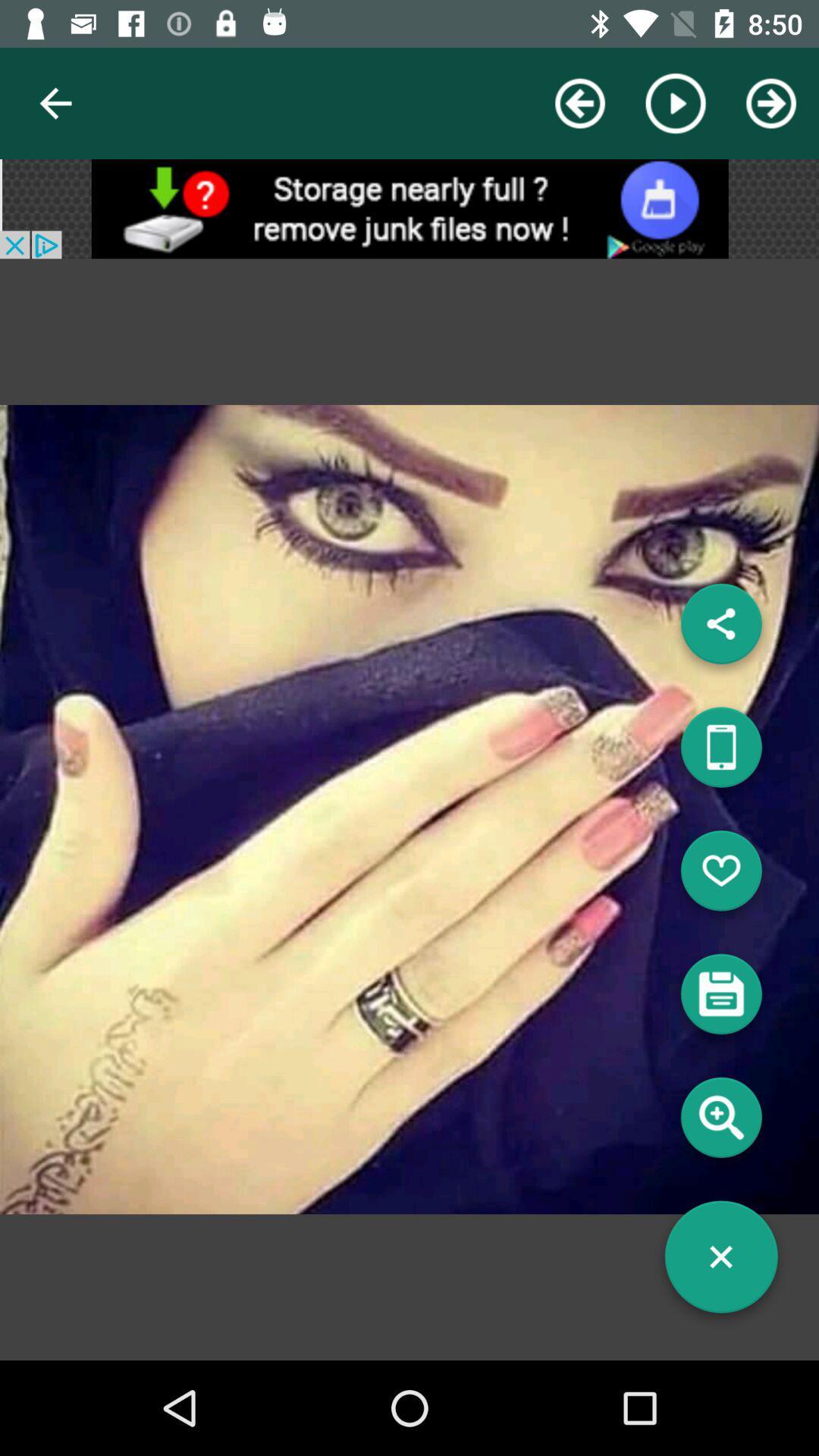 This screenshot has width=819, height=1456. What do you see at coordinates (720, 1263) in the screenshot?
I see `menu` at bounding box center [720, 1263].